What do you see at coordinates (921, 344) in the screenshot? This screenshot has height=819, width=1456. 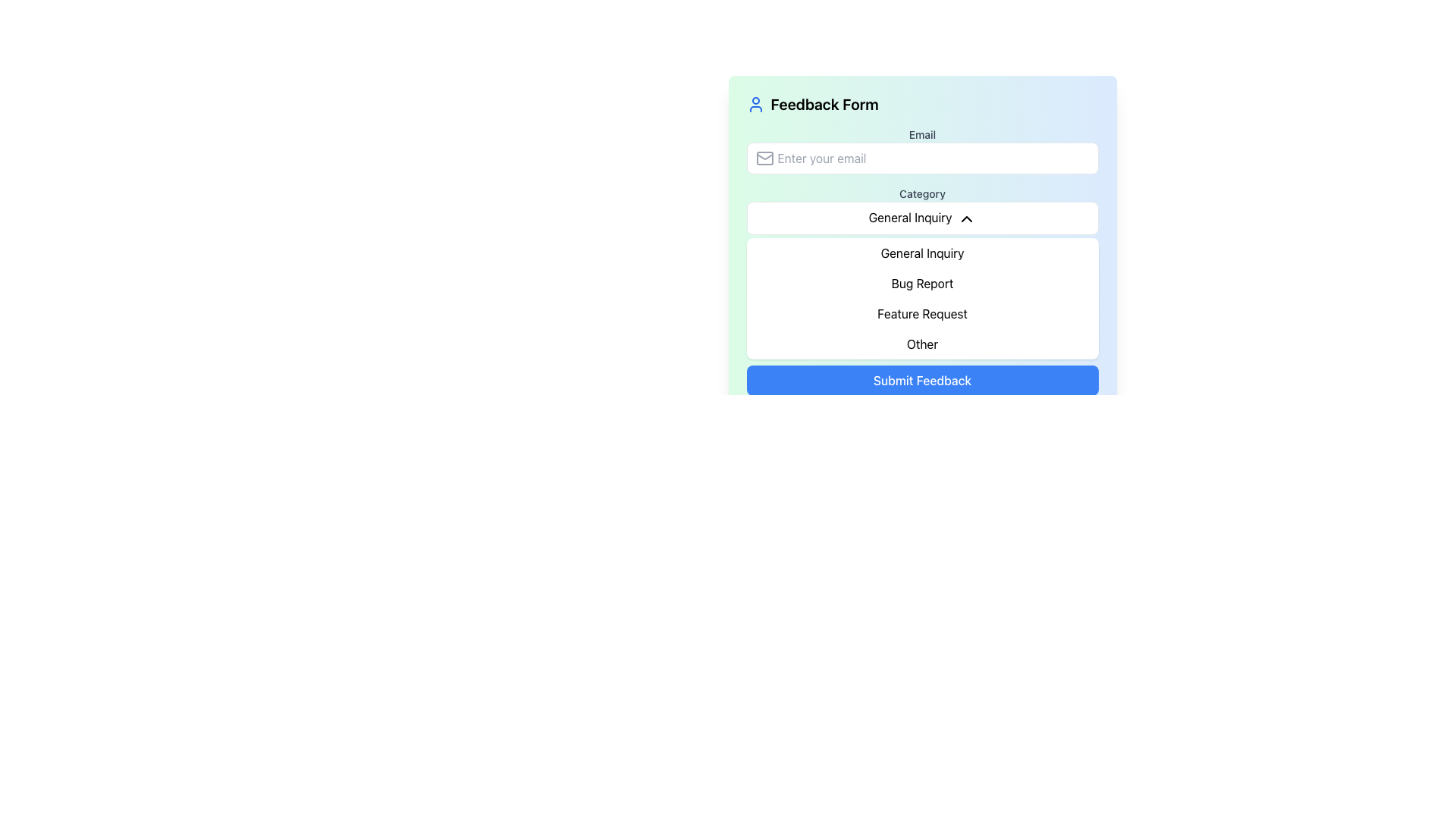 I see `the 'Other' dropdown menu item in the 'Category' section of the form` at bounding box center [921, 344].